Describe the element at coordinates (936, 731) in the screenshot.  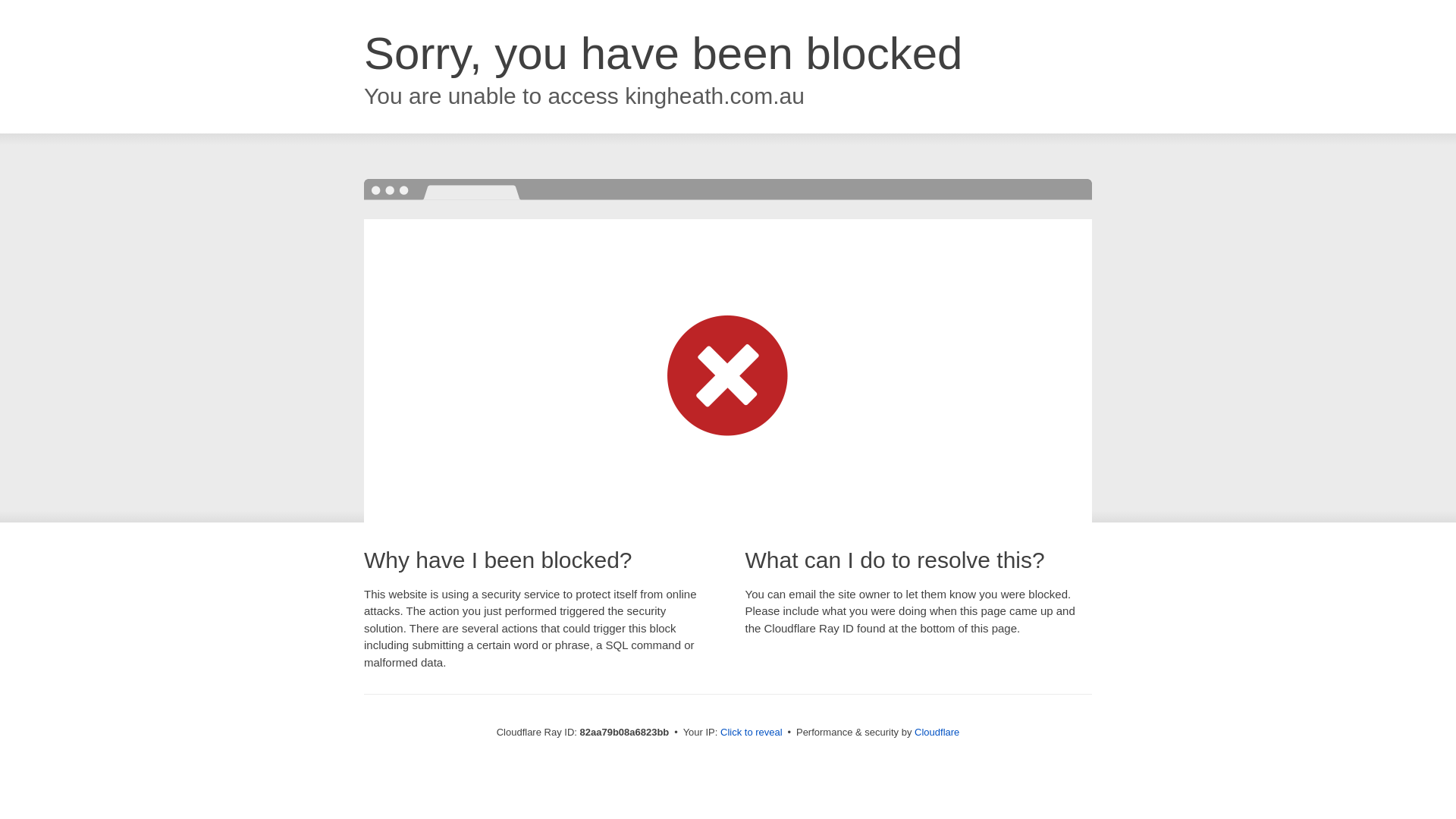
I see `'Cloudflare'` at that location.